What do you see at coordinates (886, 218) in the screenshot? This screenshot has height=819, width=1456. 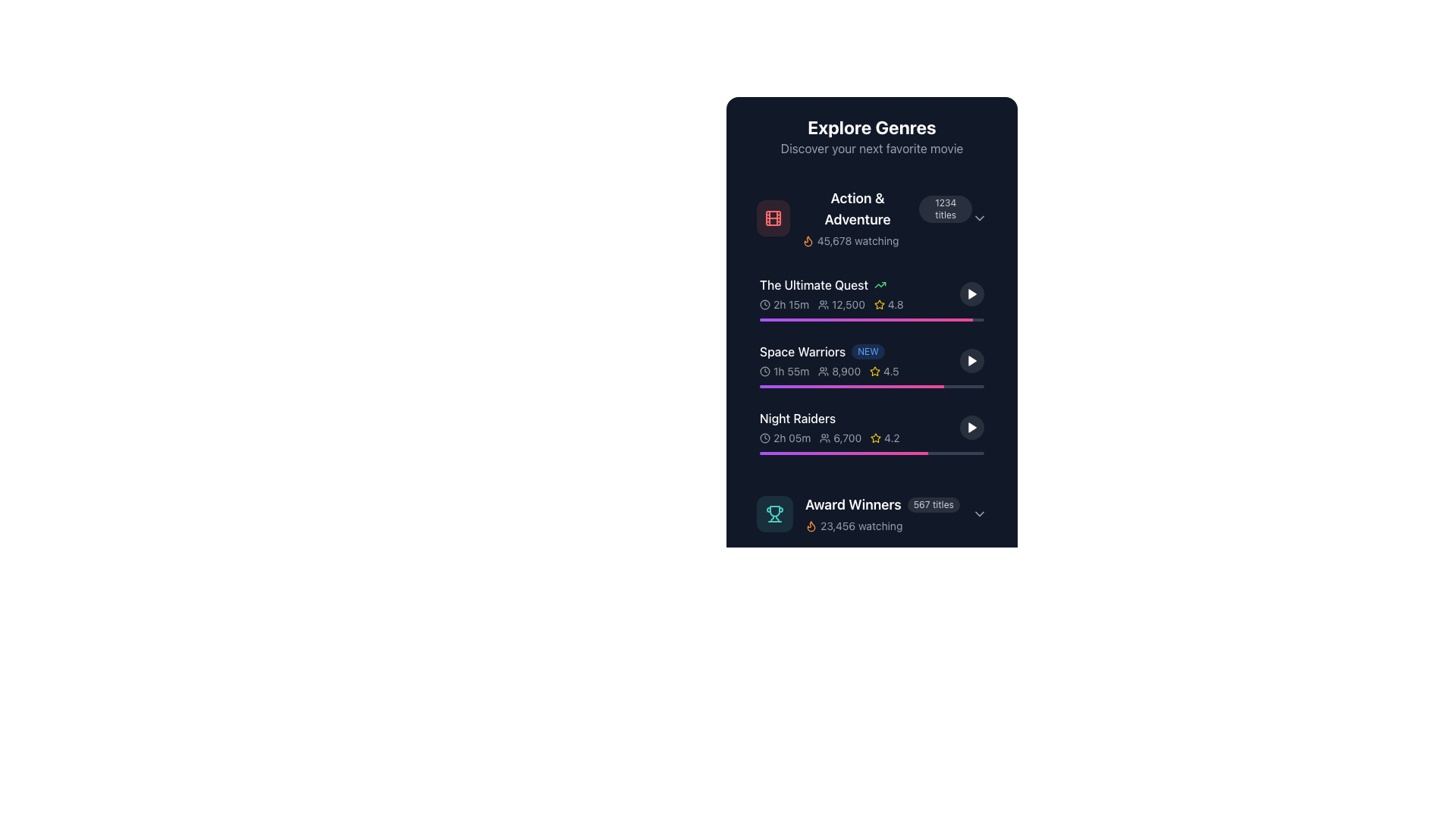 I see `text label 'Action & Adventure' and its associated metadata '1234 titles' and '45,678 watching' from the text block located in the 'Explore Genres' panel, positioned at the specified coordinates` at bounding box center [886, 218].